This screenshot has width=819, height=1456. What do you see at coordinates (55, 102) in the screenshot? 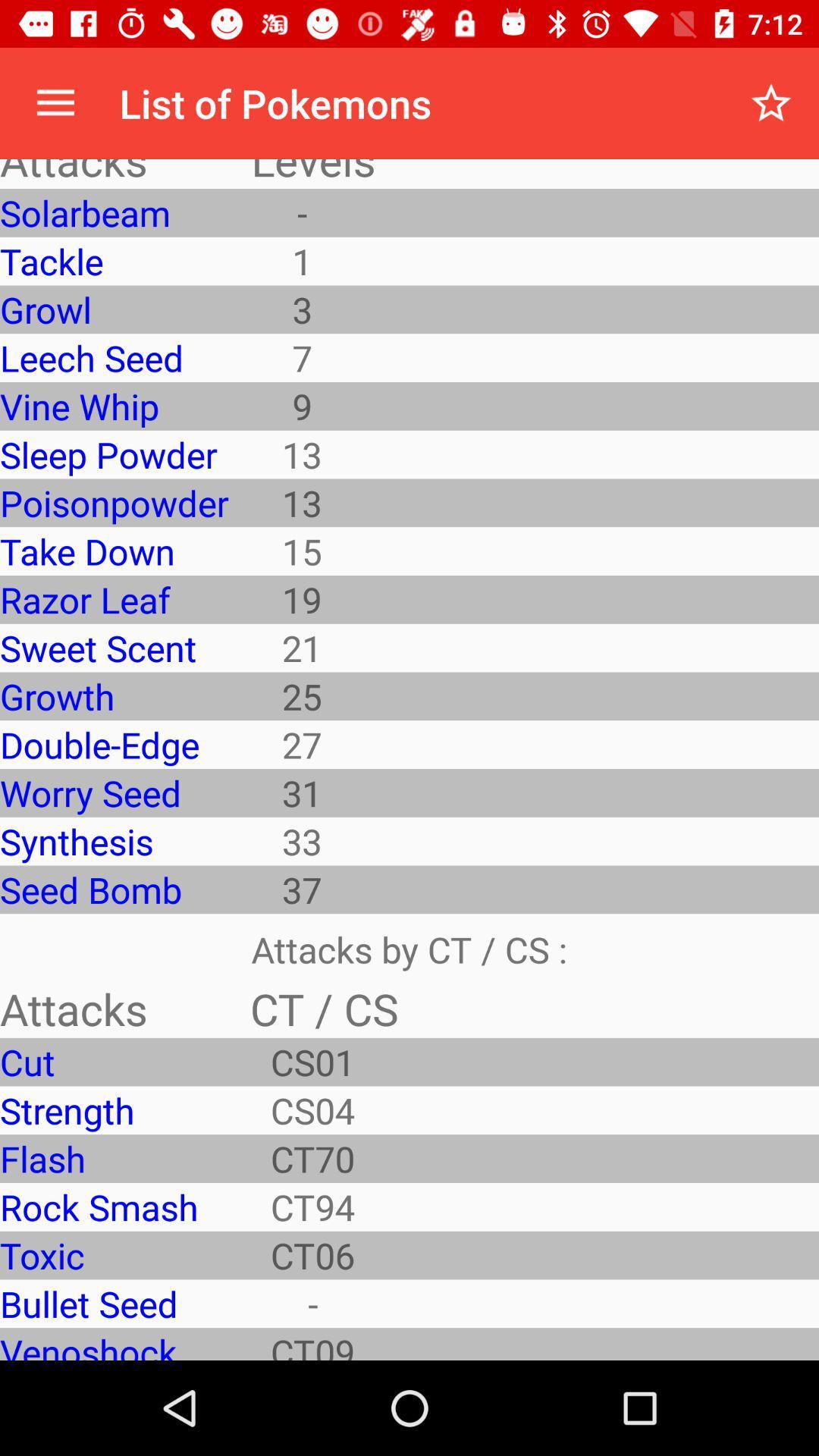
I see `the icon to the left of list of pokemons item` at bounding box center [55, 102].